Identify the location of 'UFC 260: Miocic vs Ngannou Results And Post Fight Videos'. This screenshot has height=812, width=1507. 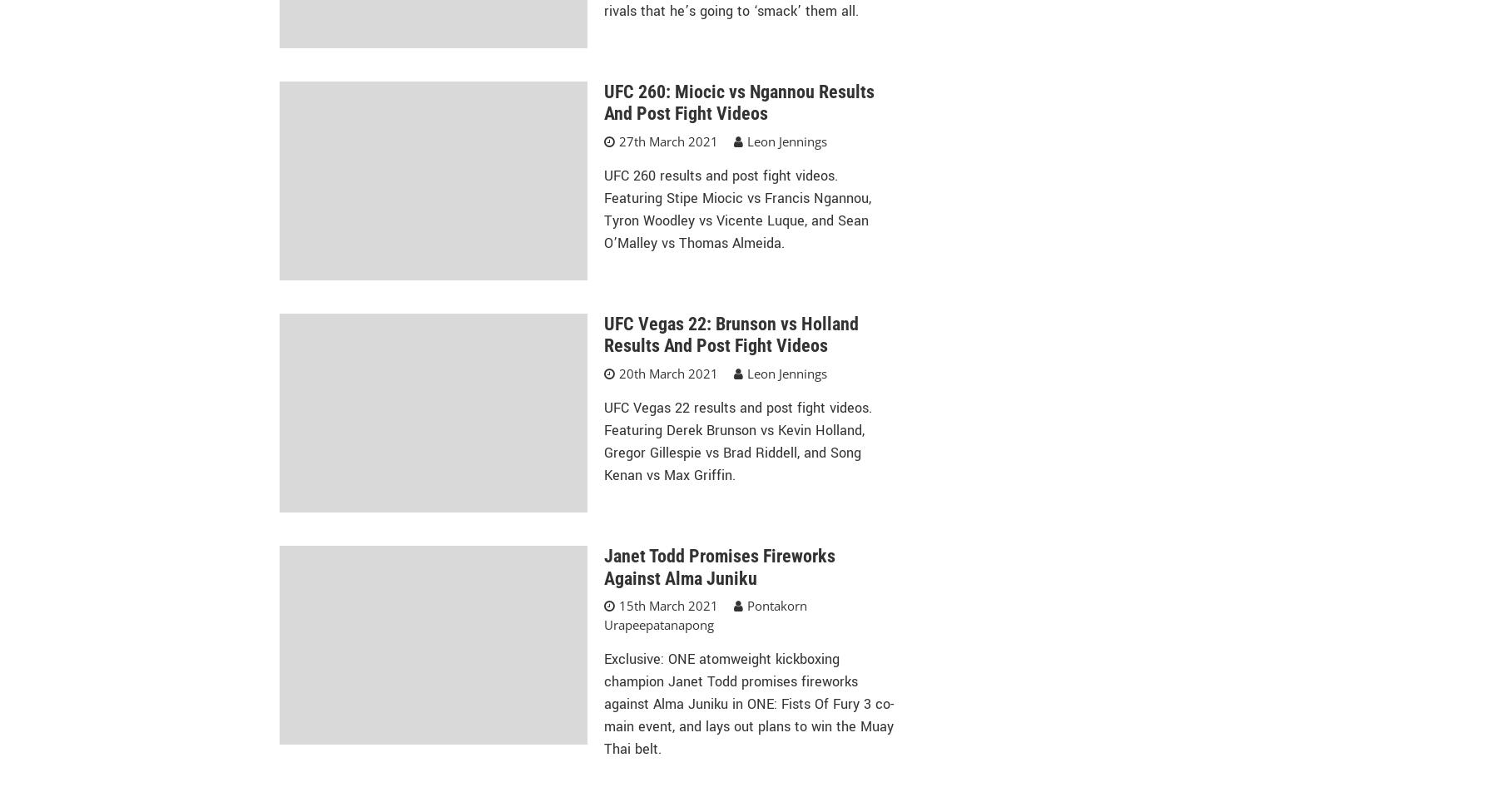
(738, 101).